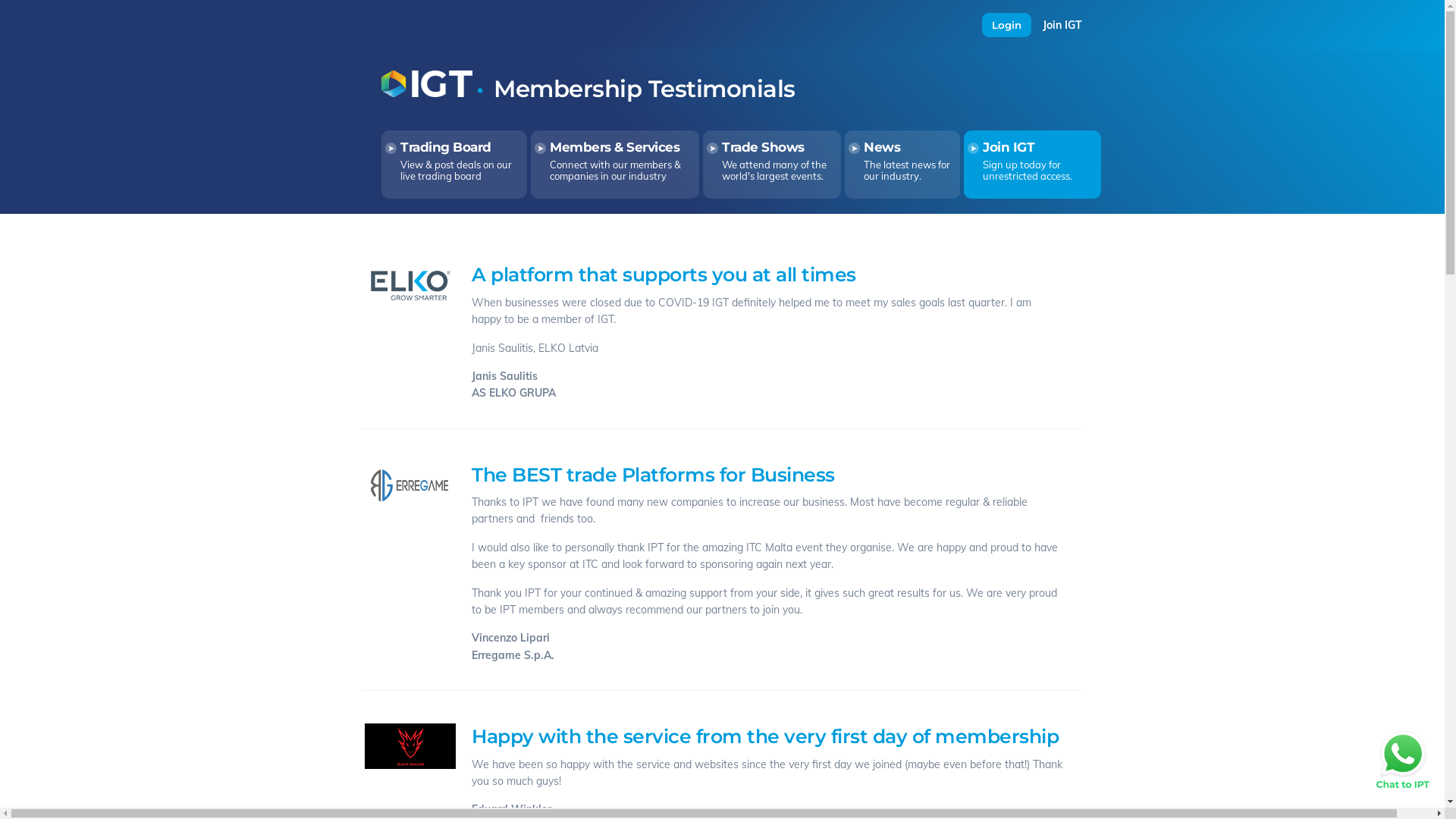 This screenshot has height=819, width=1456. What do you see at coordinates (453, 164) in the screenshot?
I see `'Trading Board` at bounding box center [453, 164].